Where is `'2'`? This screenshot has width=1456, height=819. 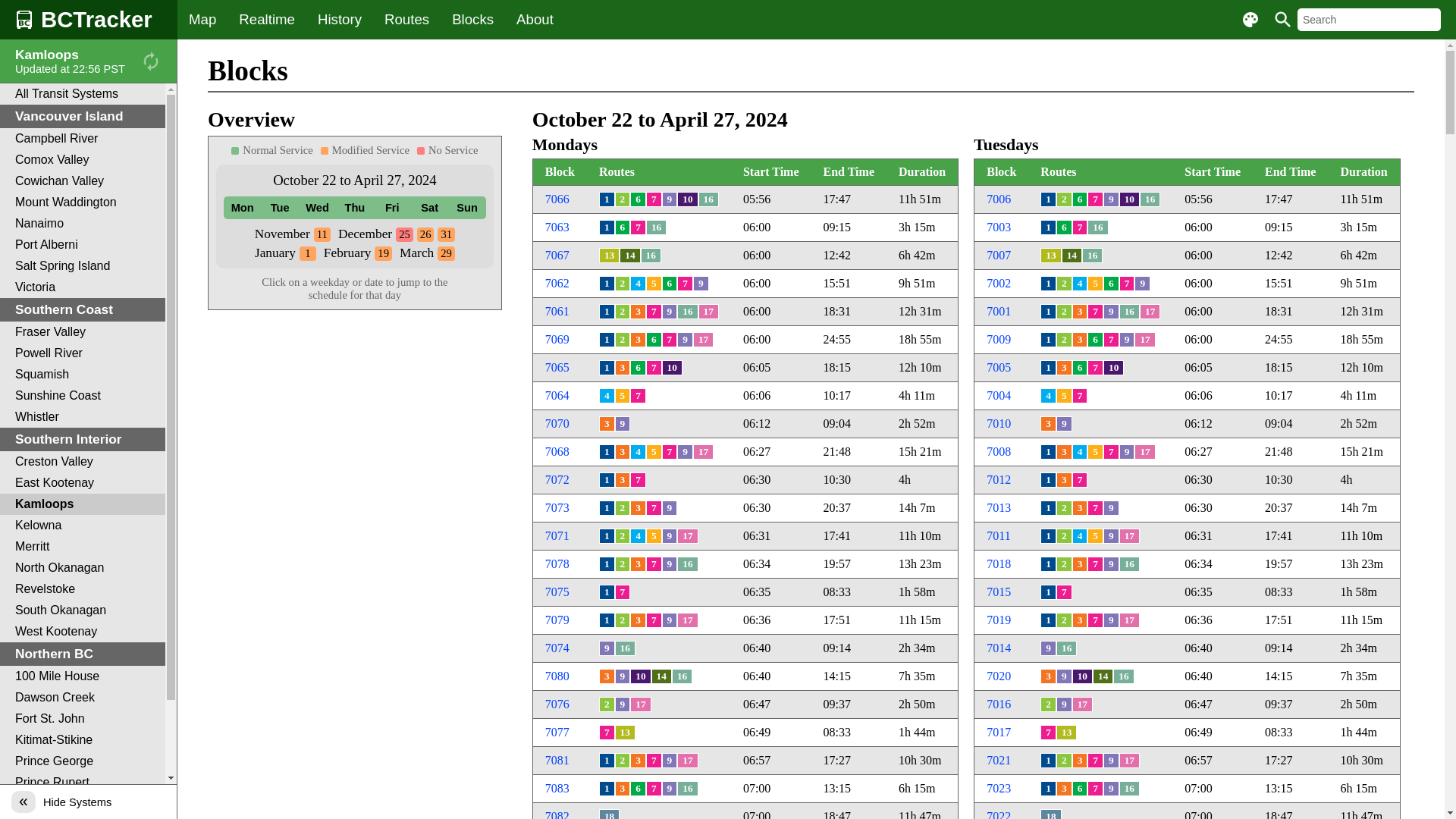
'2' is located at coordinates (1063, 760).